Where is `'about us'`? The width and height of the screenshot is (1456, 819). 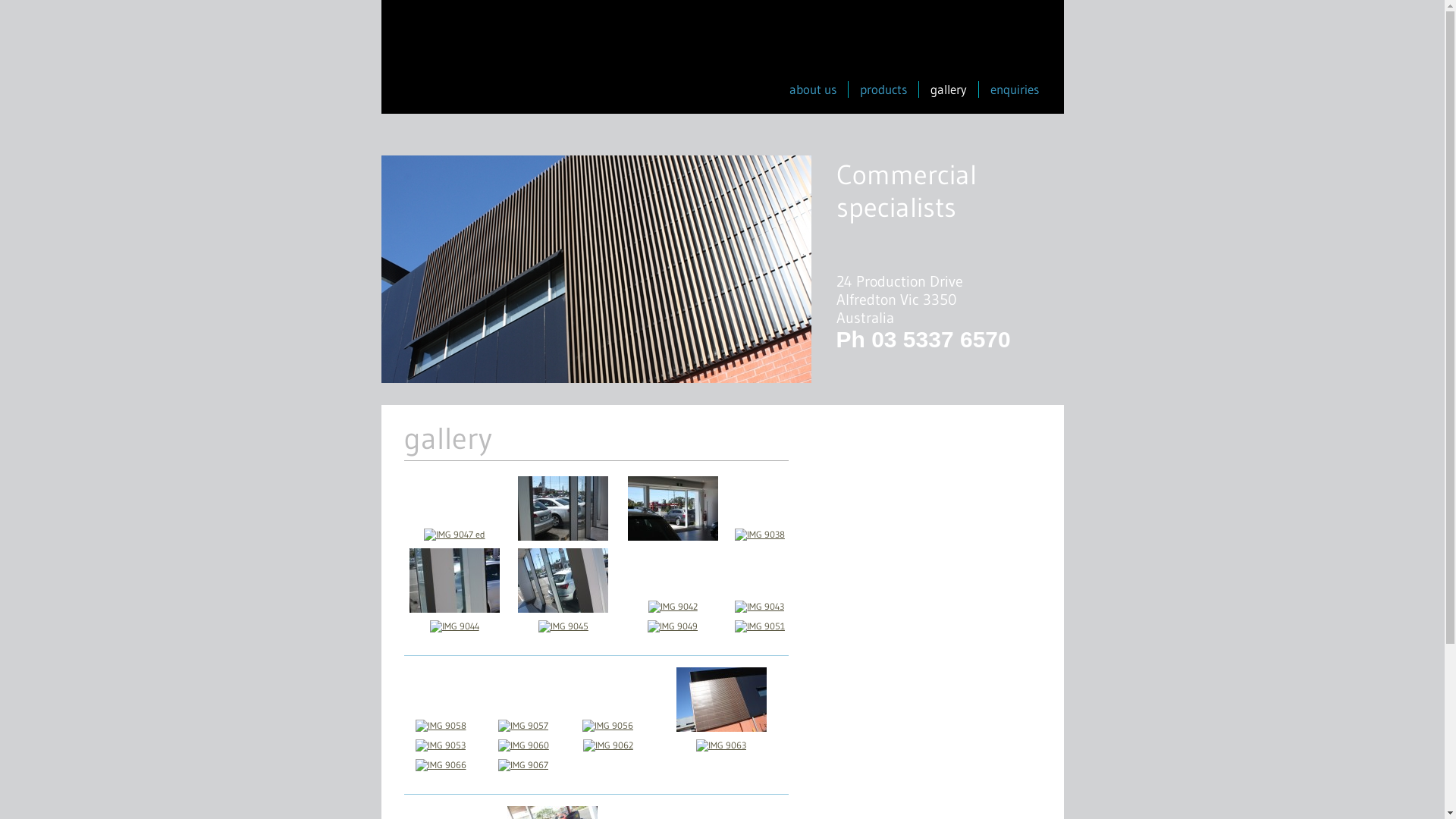 'about us' is located at coordinates (789, 89).